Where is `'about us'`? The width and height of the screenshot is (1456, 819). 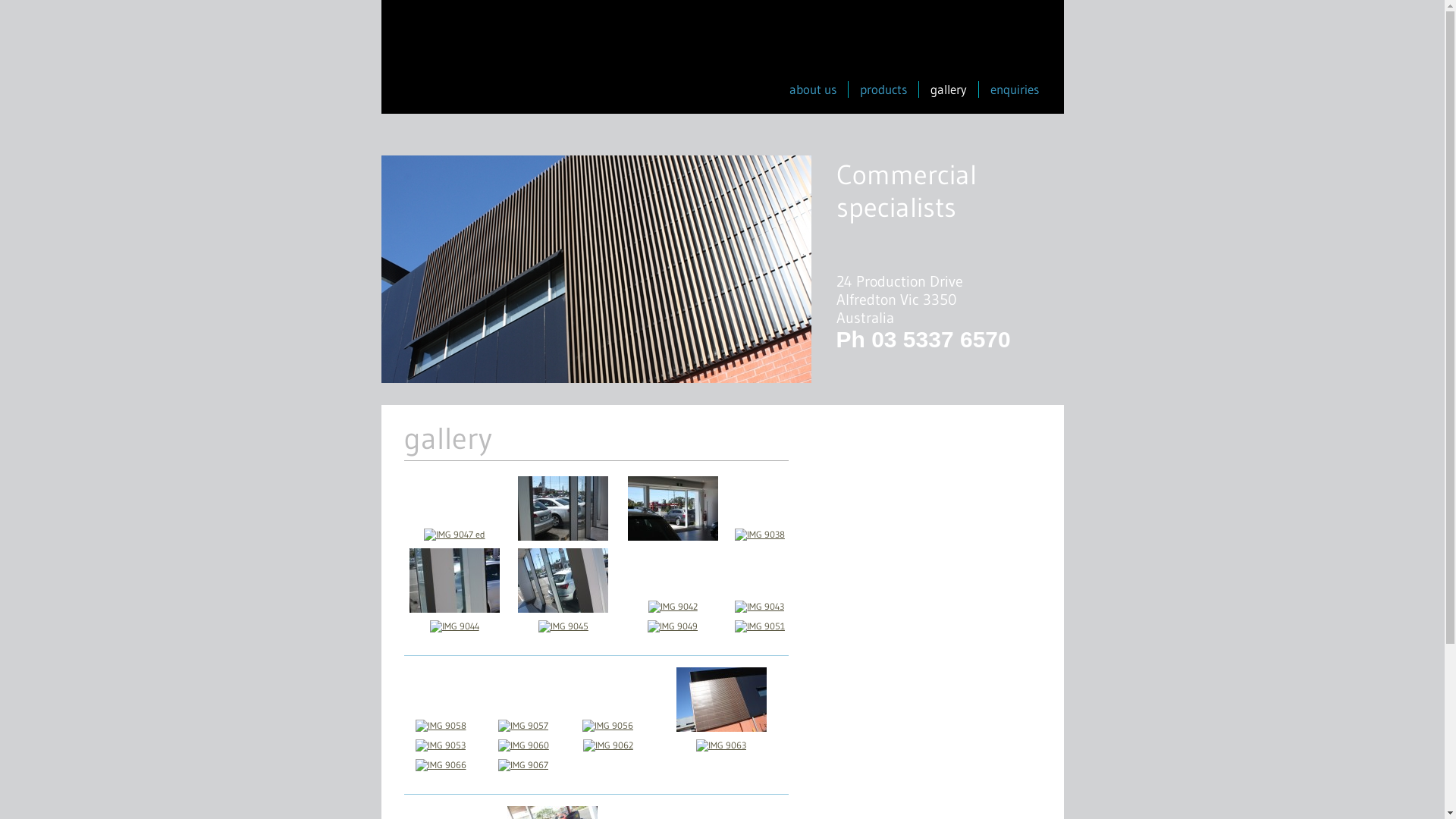 'about us' is located at coordinates (789, 89).